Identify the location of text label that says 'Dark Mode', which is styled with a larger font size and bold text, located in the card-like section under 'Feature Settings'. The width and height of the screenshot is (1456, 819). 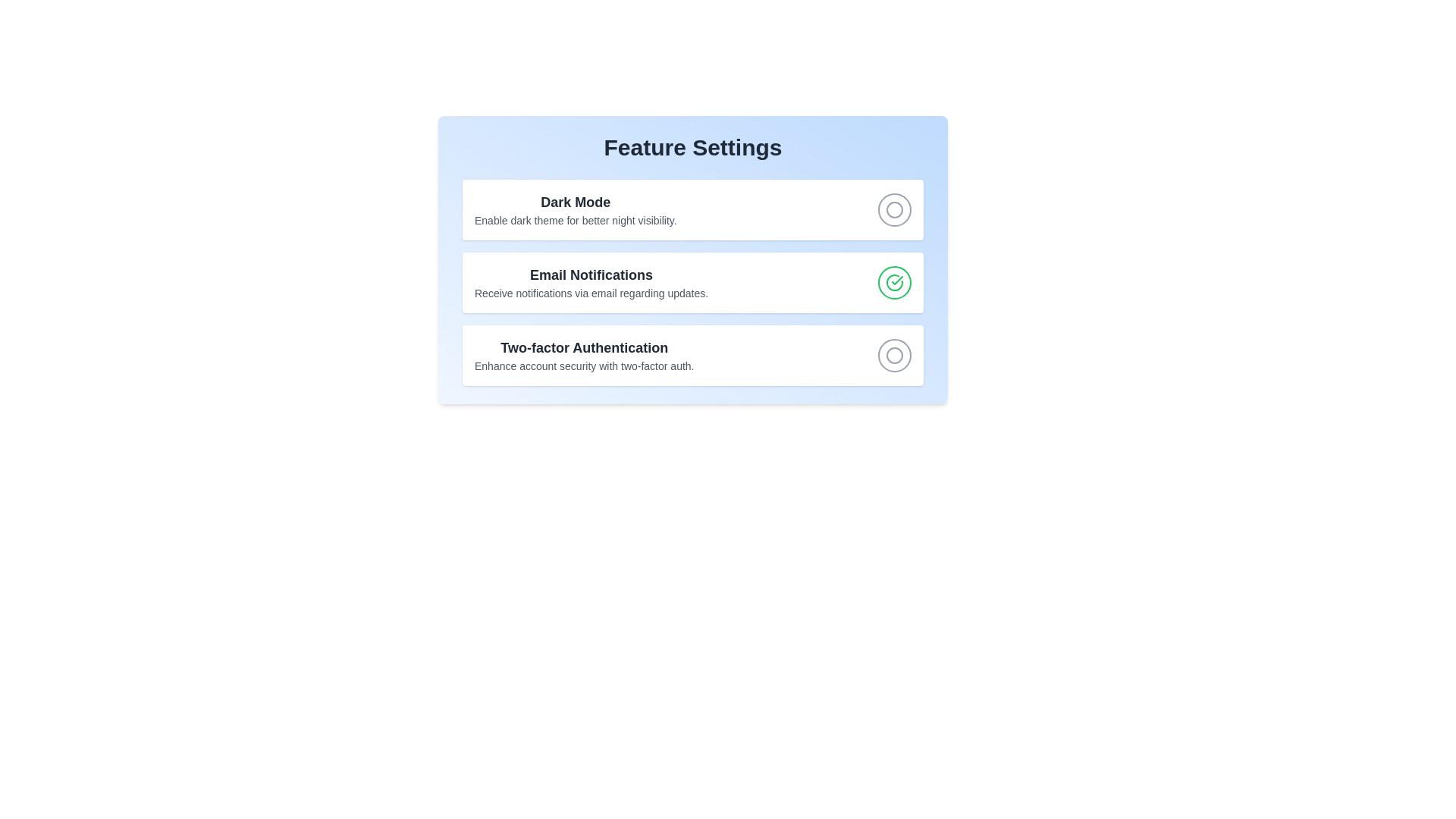
(575, 201).